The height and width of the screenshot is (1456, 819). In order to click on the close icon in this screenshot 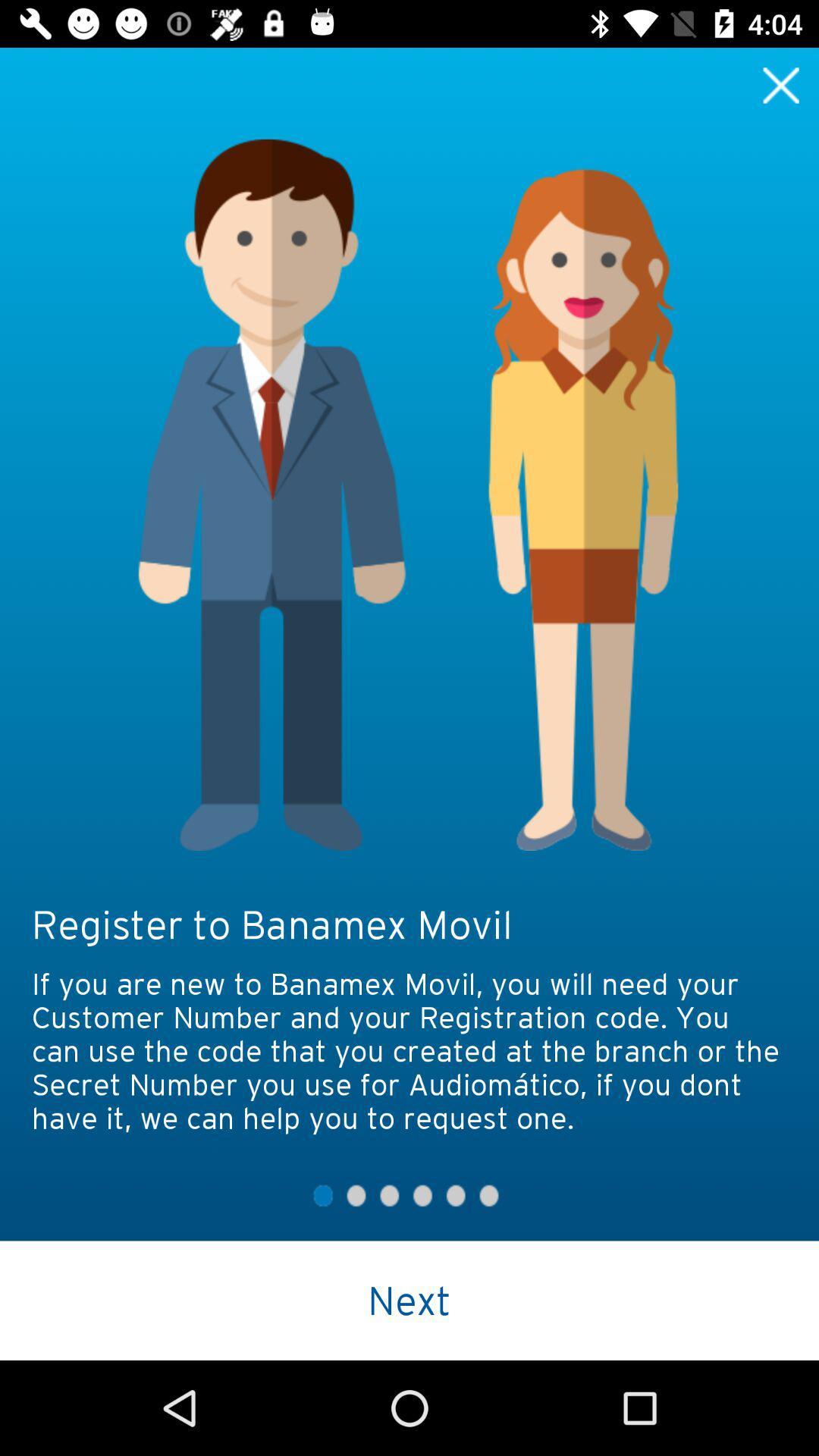, I will do `click(781, 84)`.